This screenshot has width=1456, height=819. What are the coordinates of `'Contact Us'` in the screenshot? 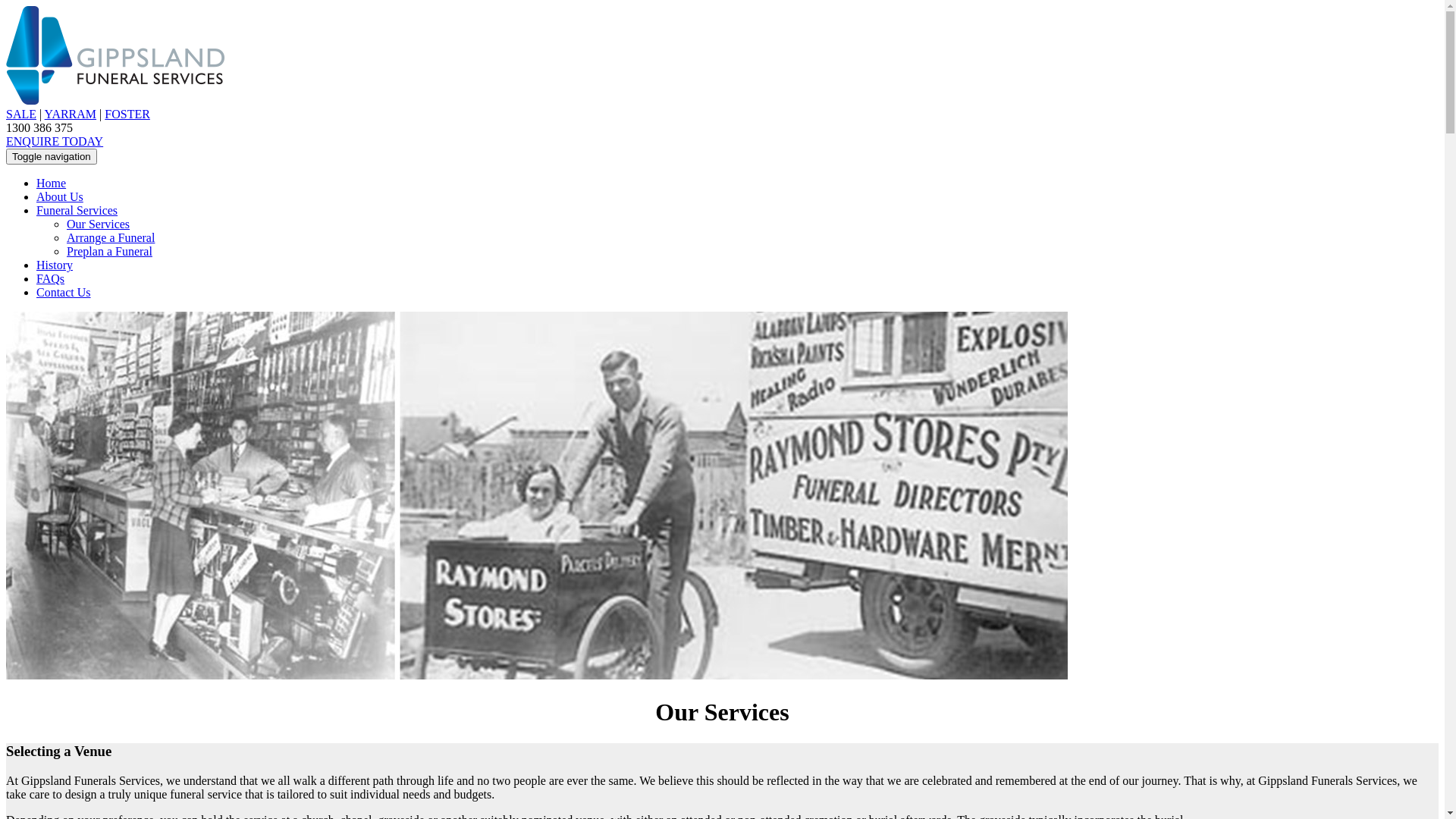 It's located at (62, 292).